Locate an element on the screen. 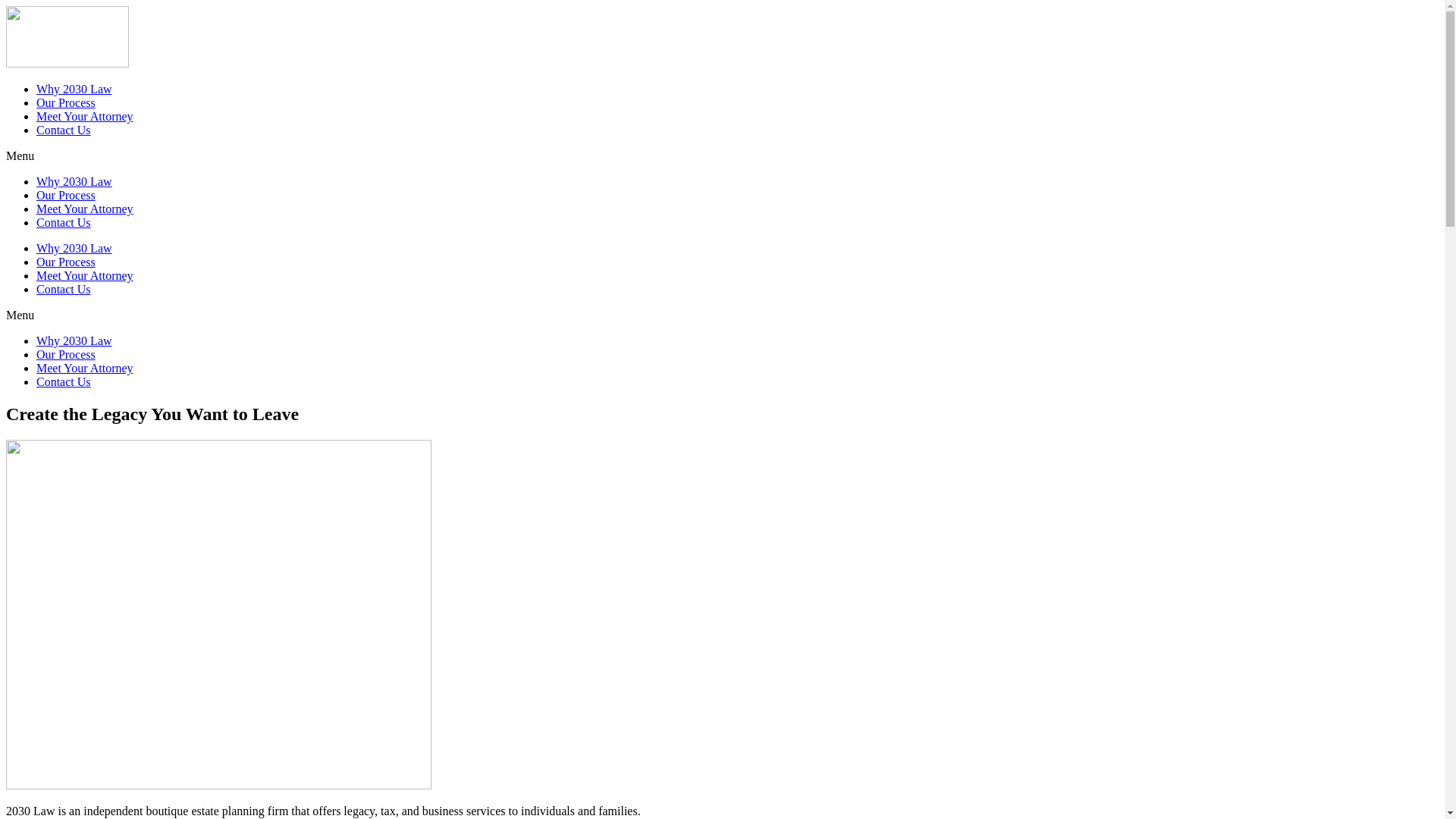  'Why 2030 Law' is located at coordinates (73, 180).